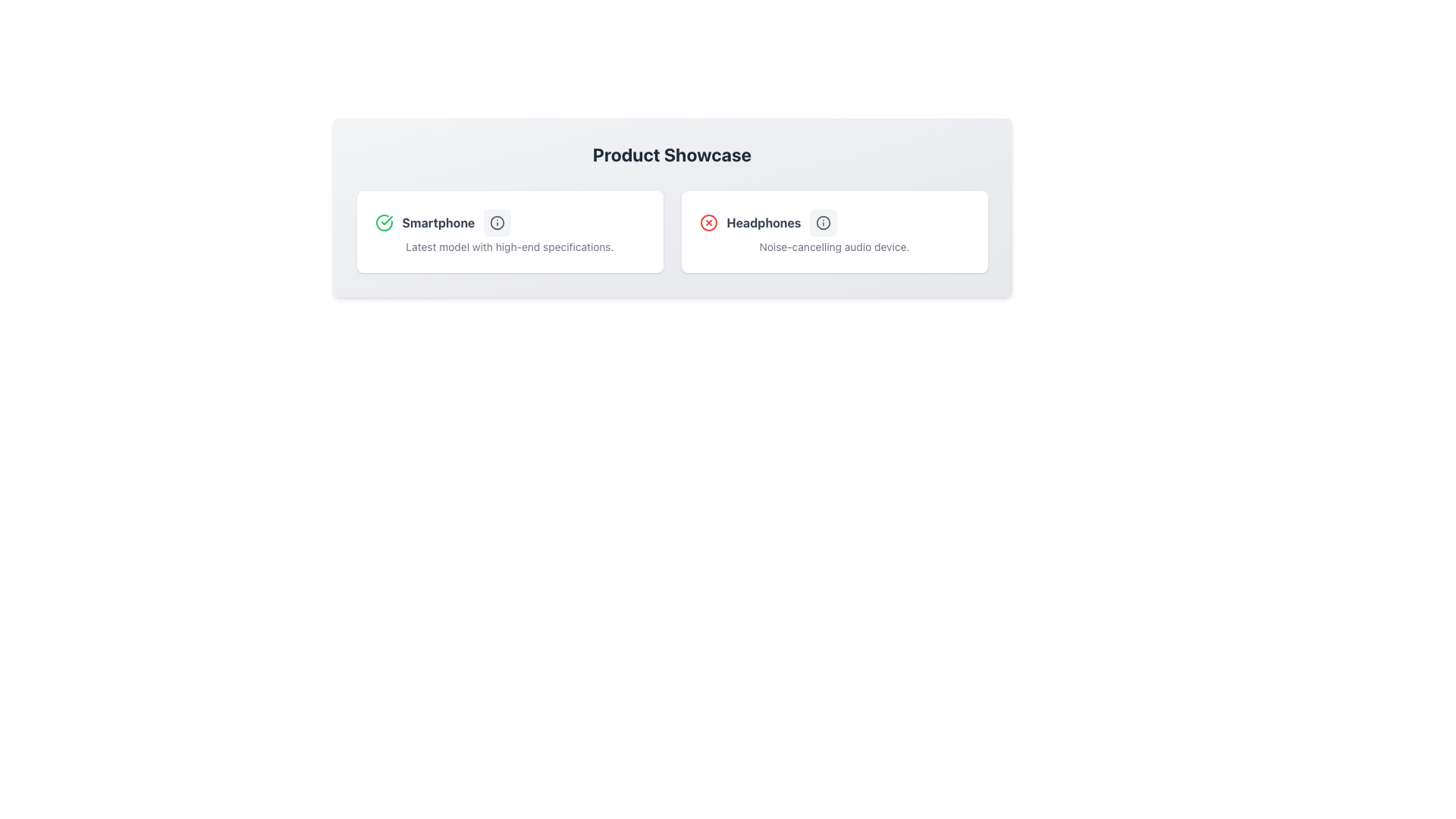  Describe the element at coordinates (823, 222) in the screenshot. I see `the information icon located in the right panel of the interface, next to the 'Headphones' card title` at that location.